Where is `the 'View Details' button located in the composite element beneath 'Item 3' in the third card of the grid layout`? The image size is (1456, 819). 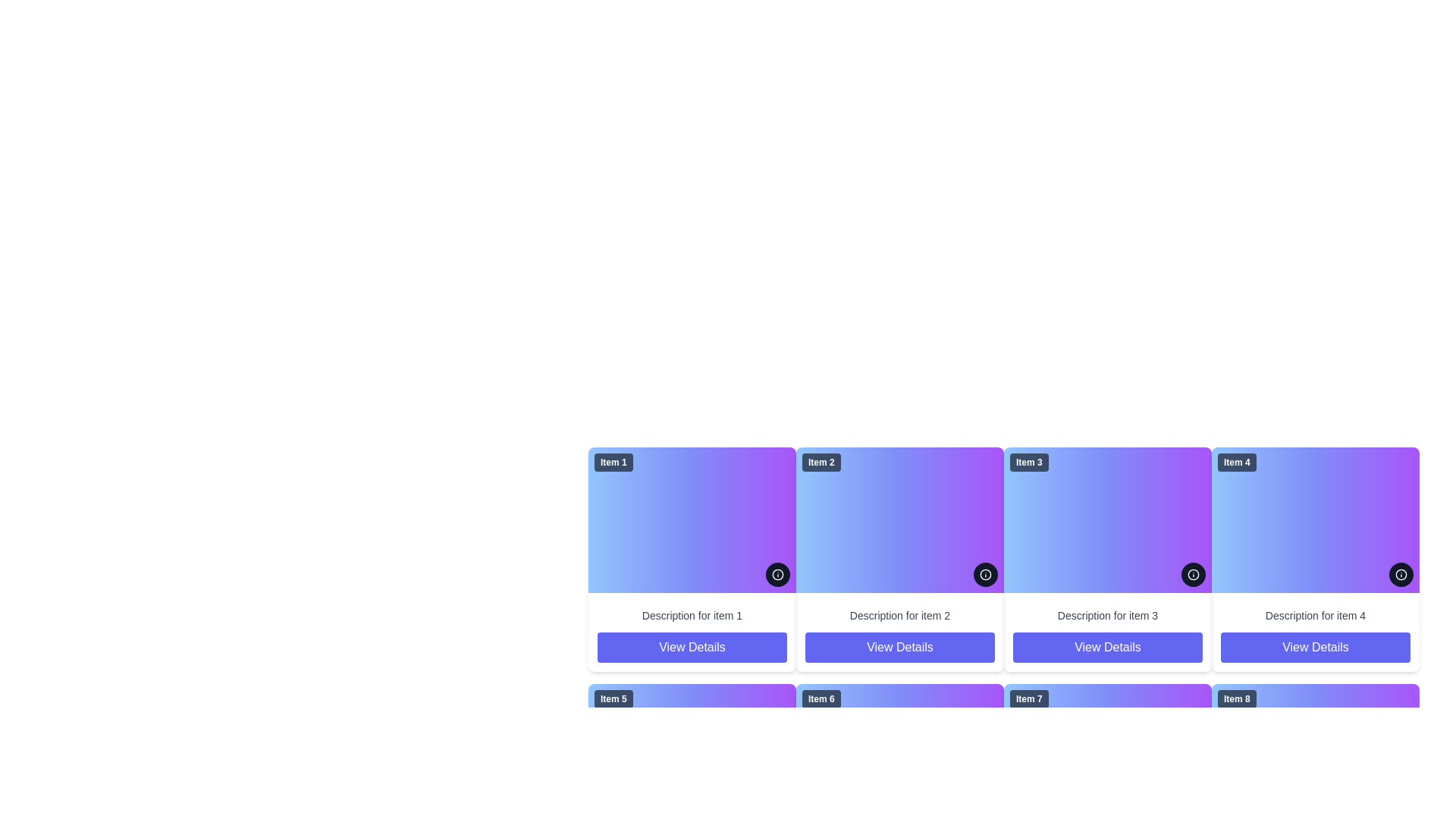 the 'View Details' button located in the composite element beneath 'Item 3' in the third card of the grid layout is located at coordinates (1107, 632).